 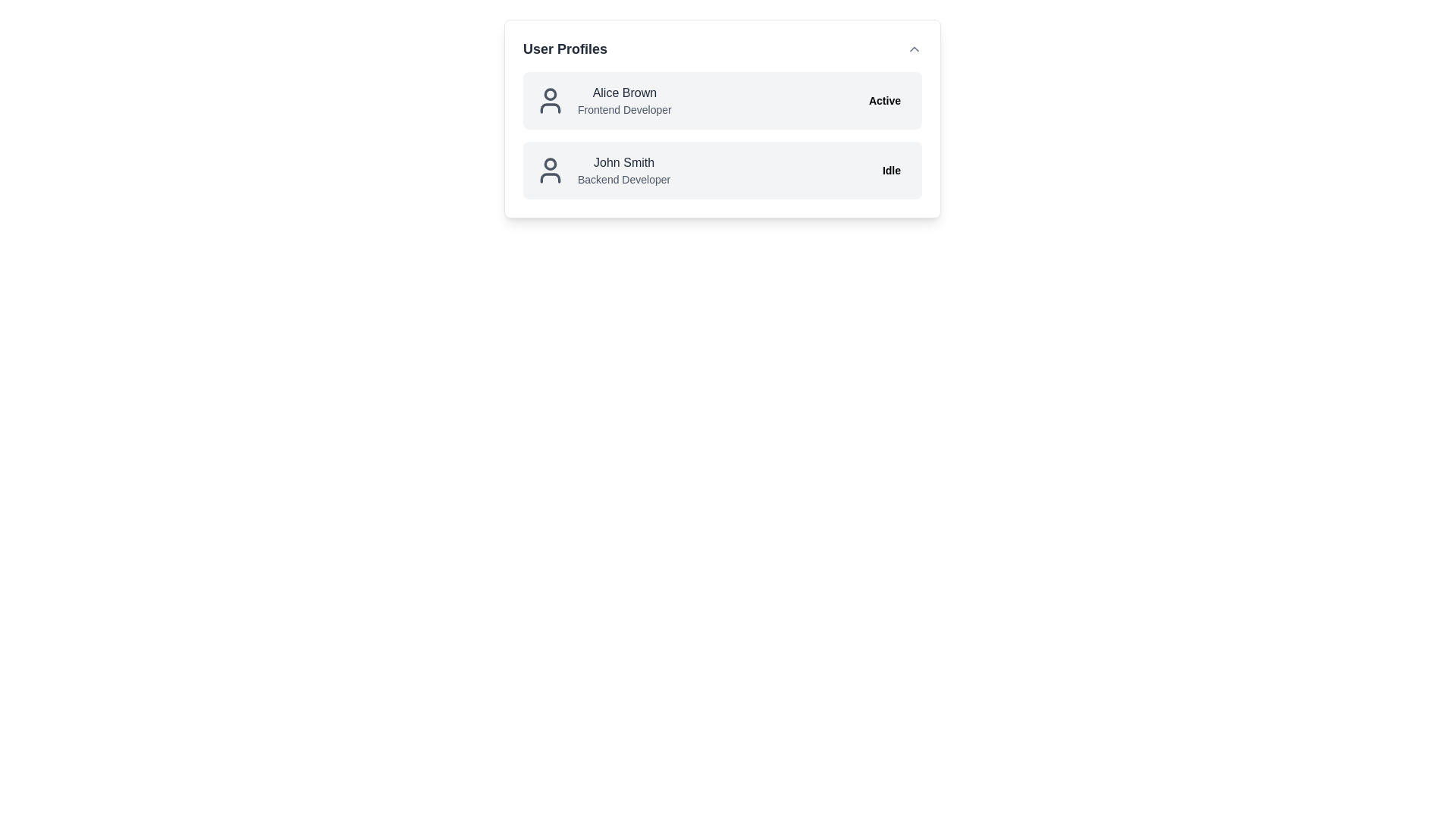 I want to click on the Text Label displaying the user's role or job title, which is located in the 'User Profiles' section, immediately following the name 'Alice Brown', so click(x=624, y=109).